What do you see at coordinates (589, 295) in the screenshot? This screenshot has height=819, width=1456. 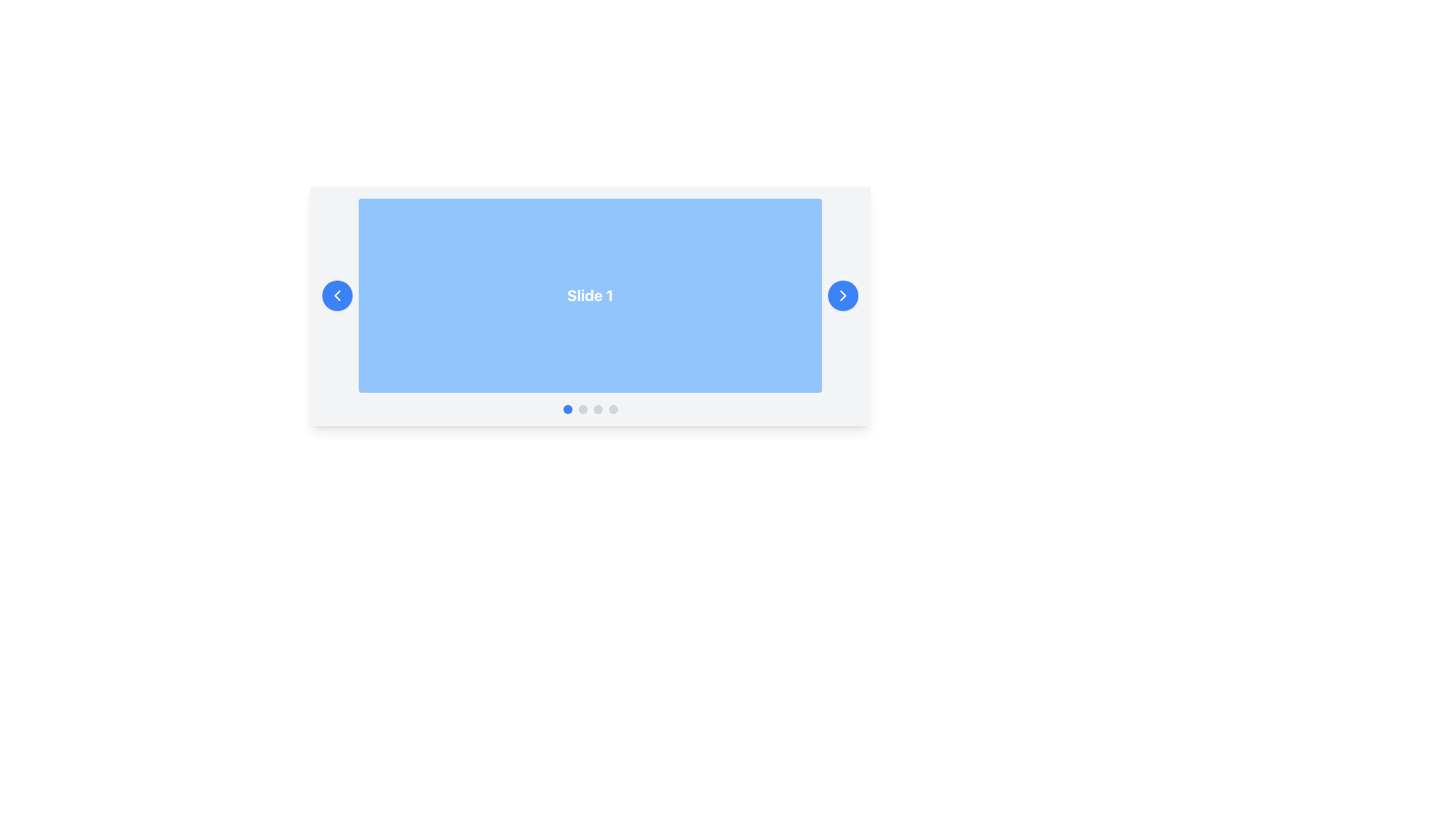 I see `the Content Display Area that displays the current slide's content labeled 'Slide 1' within the carousel` at bounding box center [589, 295].